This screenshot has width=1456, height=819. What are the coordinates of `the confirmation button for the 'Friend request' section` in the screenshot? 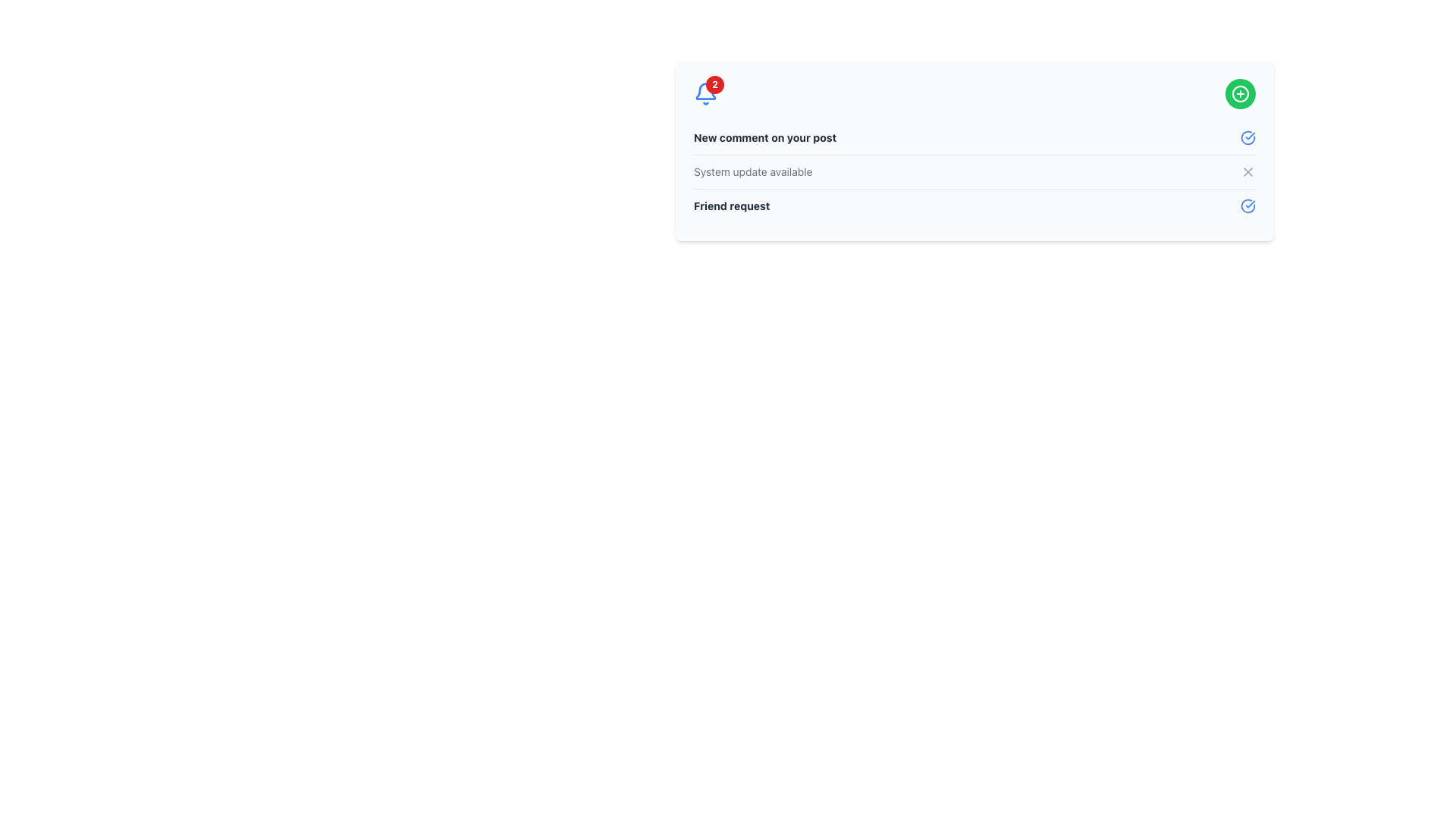 It's located at (1248, 206).